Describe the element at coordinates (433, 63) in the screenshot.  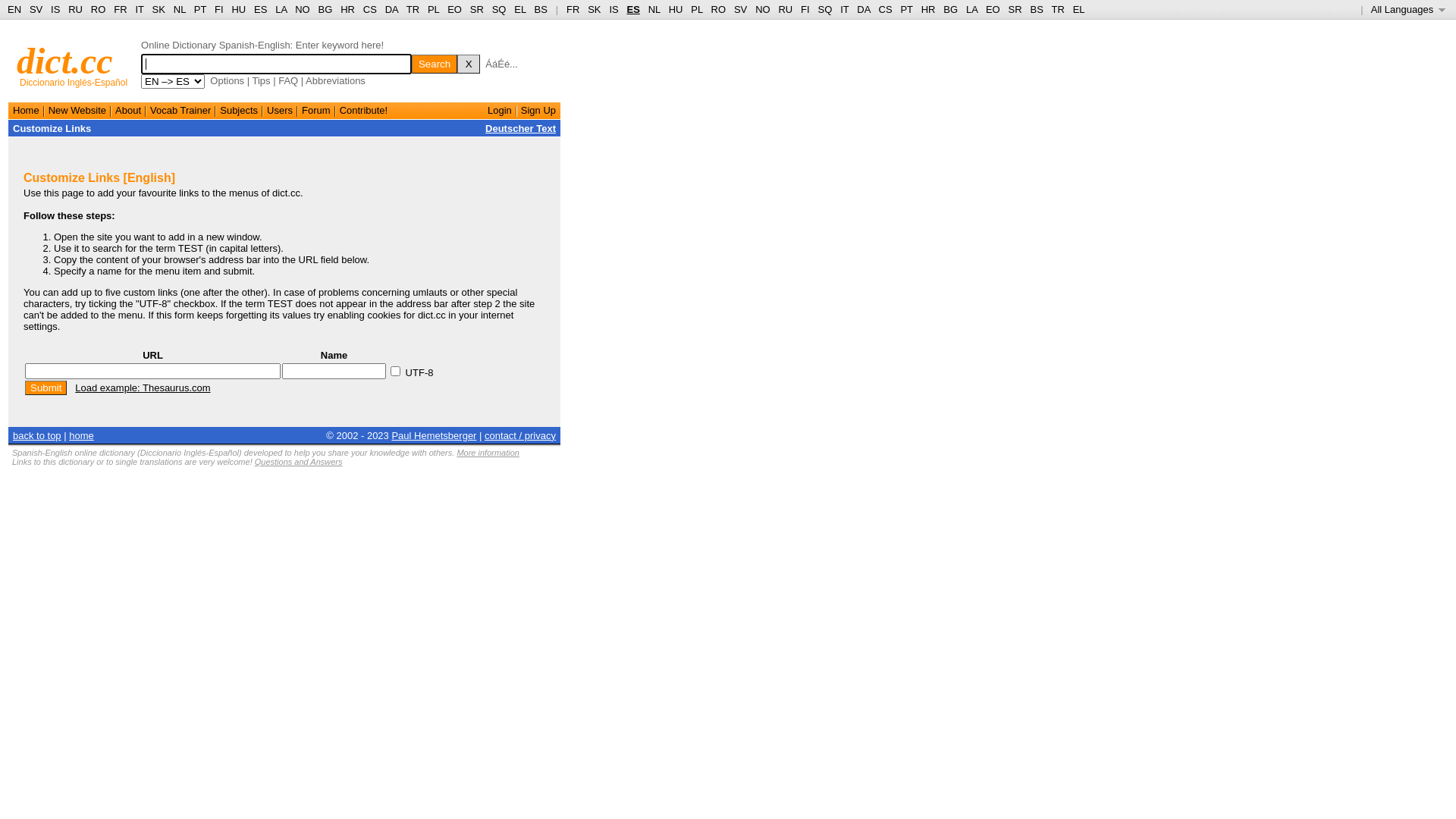
I see `'Search'` at that location.